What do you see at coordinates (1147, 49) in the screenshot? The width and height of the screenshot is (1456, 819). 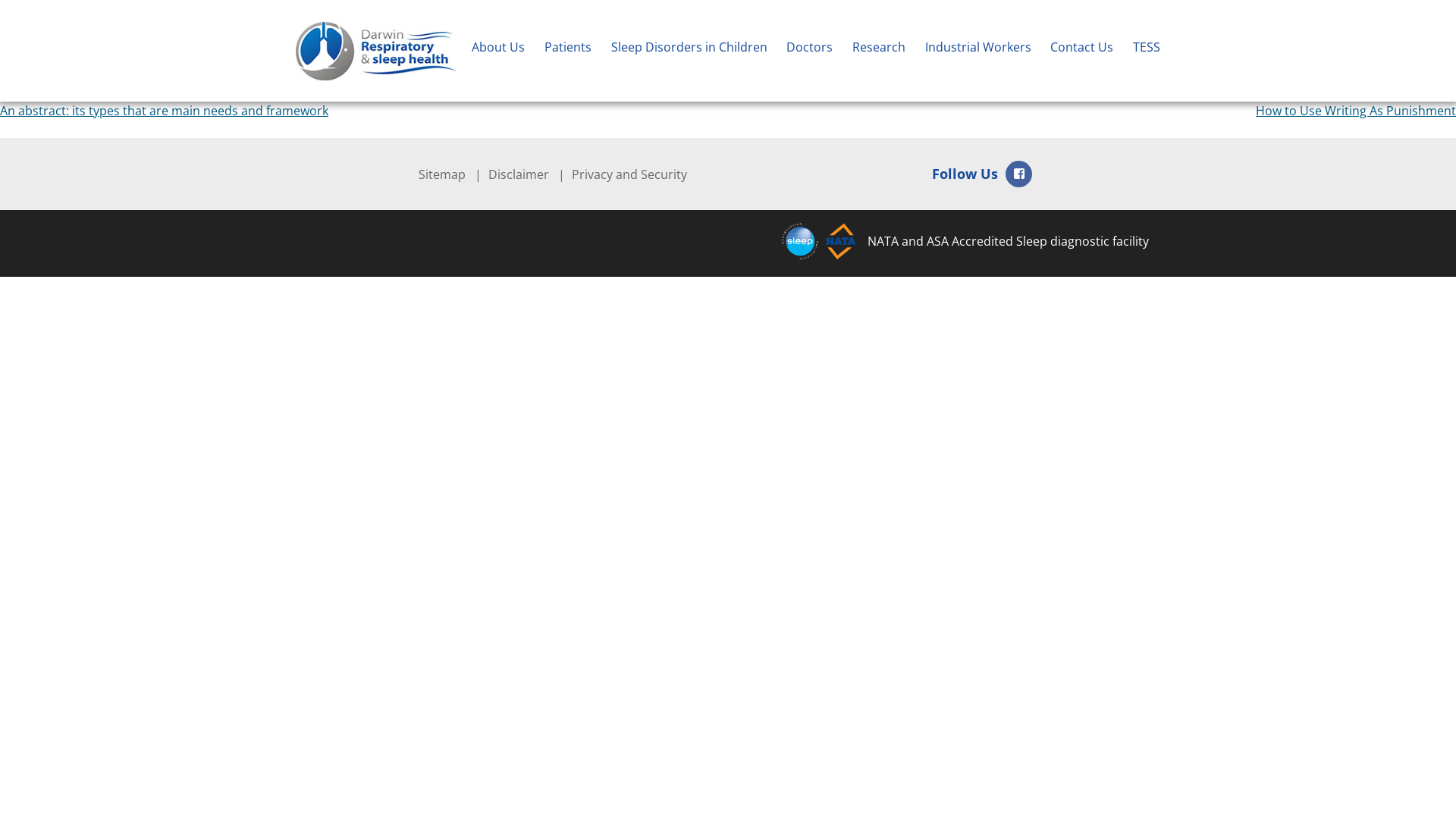 I see `'TESS'` at bounding box center [1147, 49].